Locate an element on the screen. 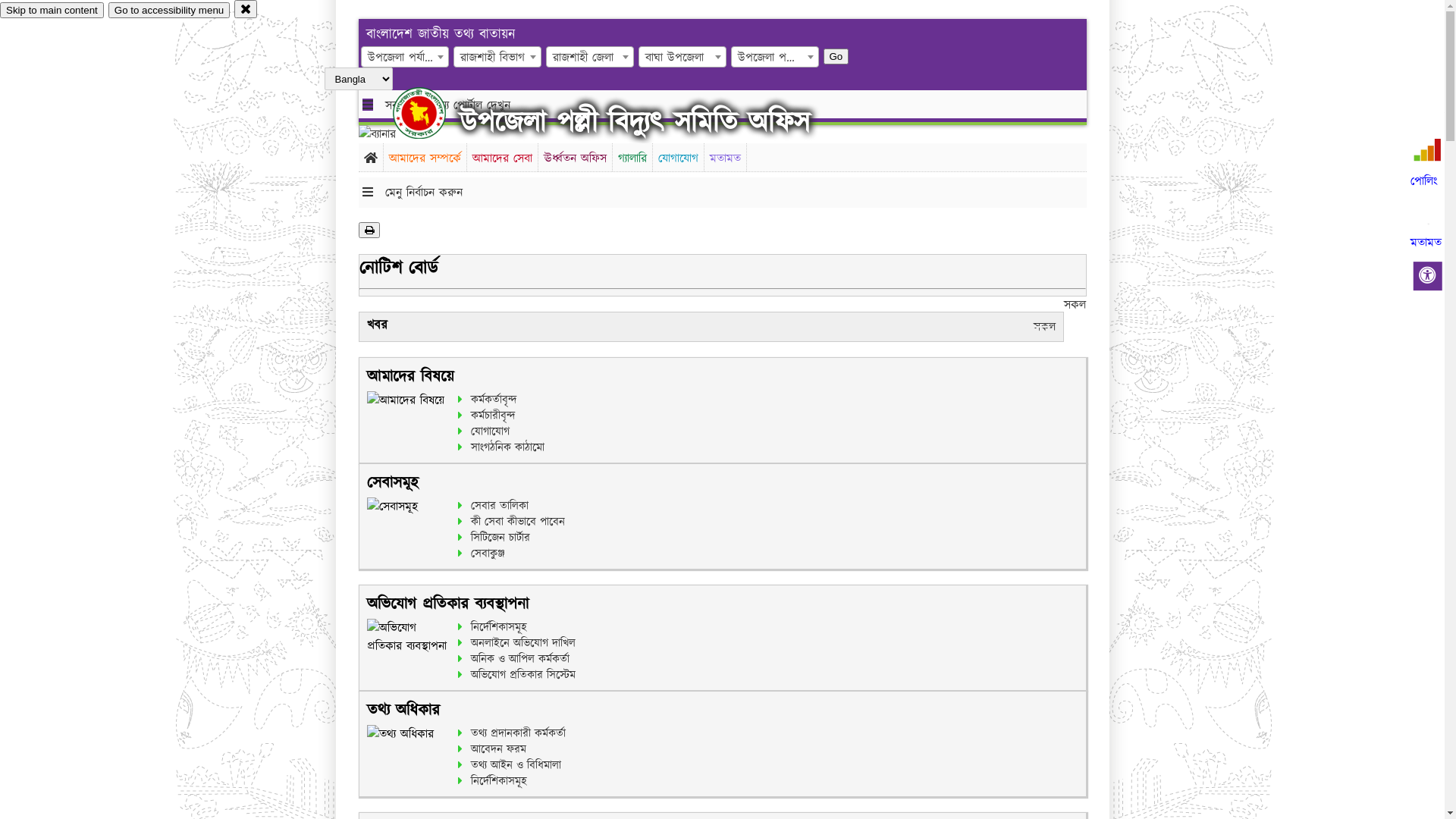  'close' is located at coordinates (233, 8).